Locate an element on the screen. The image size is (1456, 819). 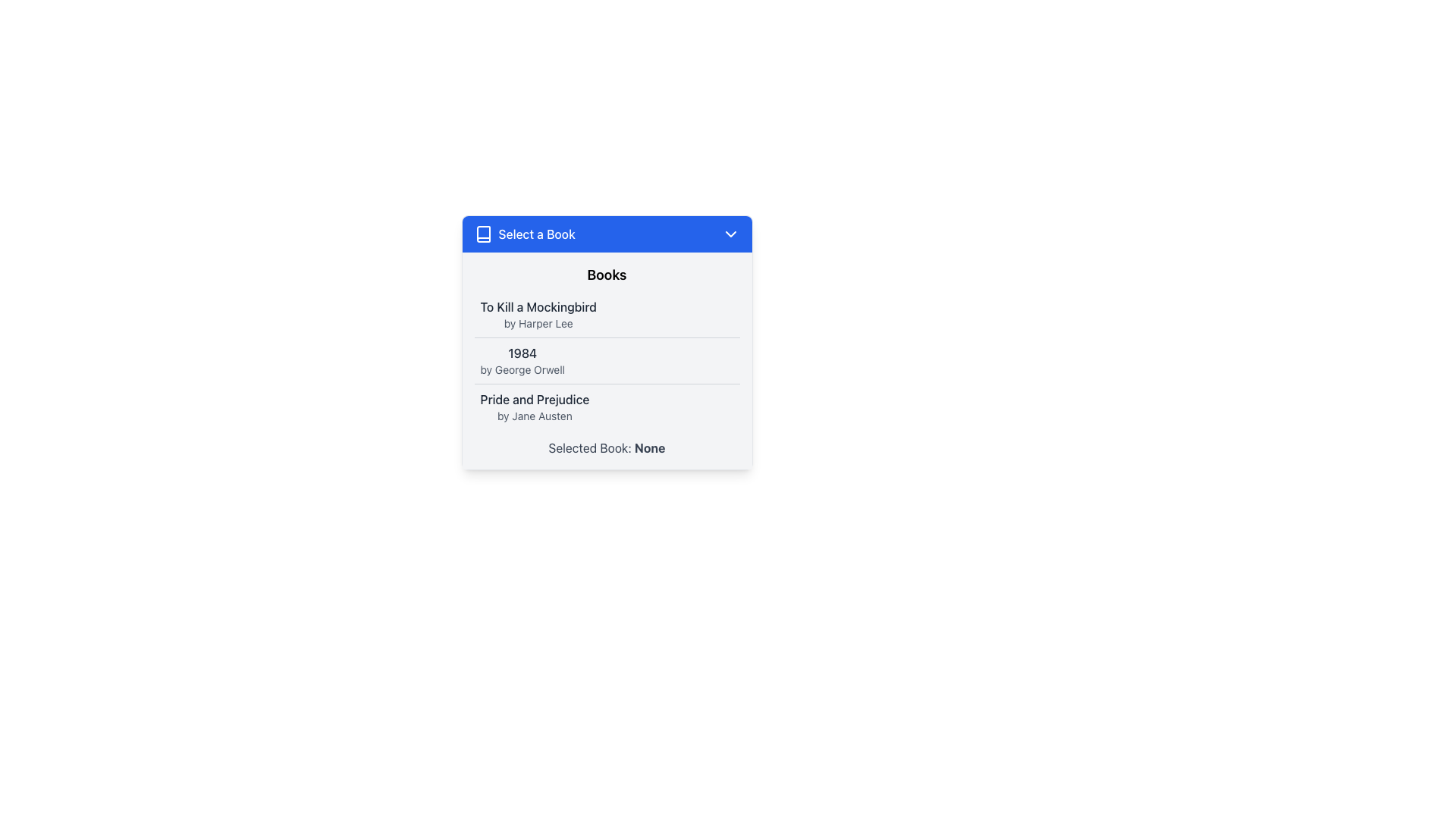
the book icon located in the blue header section labeled 'Select a Book', positioned to the left of the text is located at coordinates (482, 234).